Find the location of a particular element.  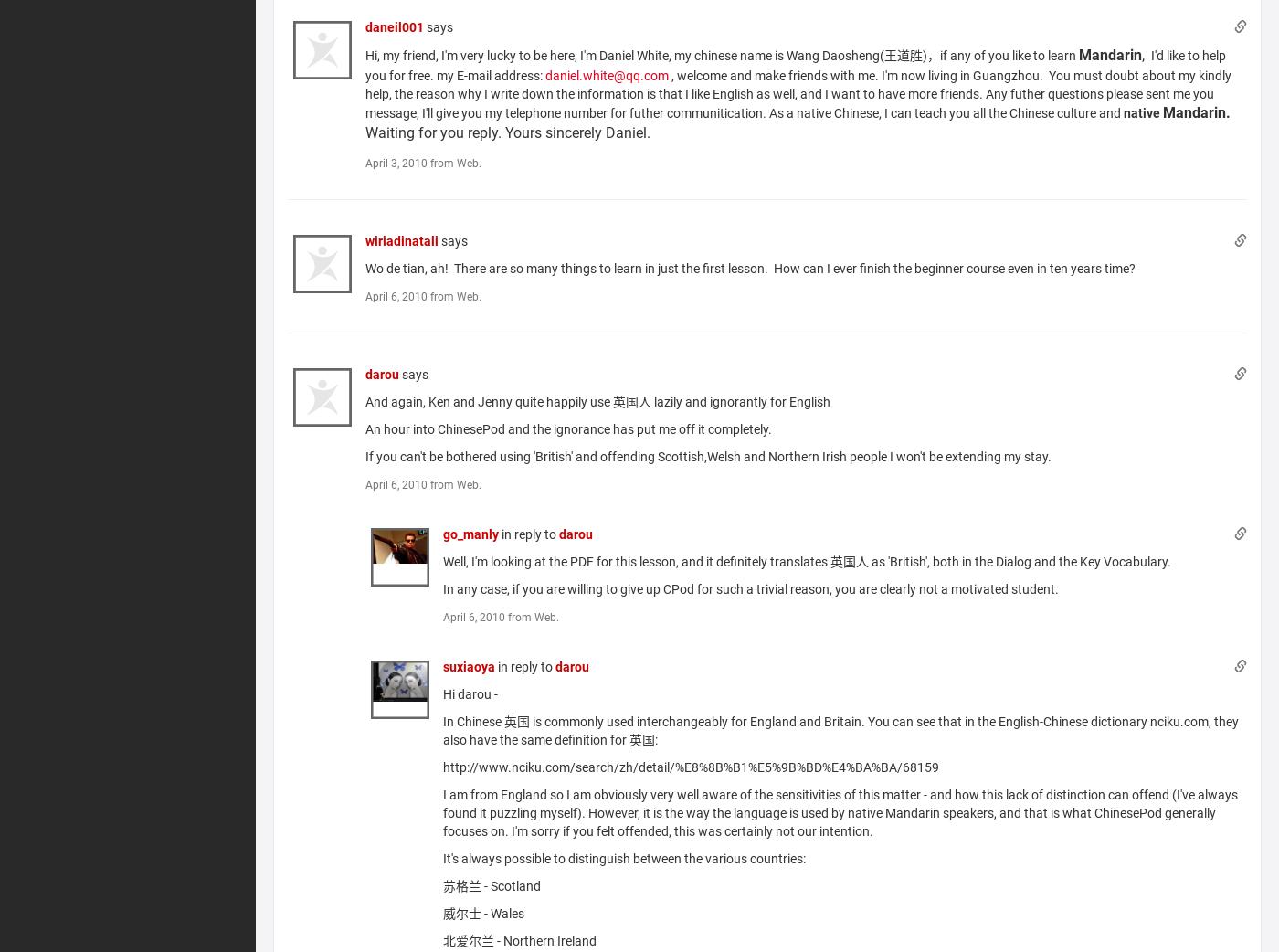

'April 3, 2010 from Web.' is located at coordinates (423, 163).